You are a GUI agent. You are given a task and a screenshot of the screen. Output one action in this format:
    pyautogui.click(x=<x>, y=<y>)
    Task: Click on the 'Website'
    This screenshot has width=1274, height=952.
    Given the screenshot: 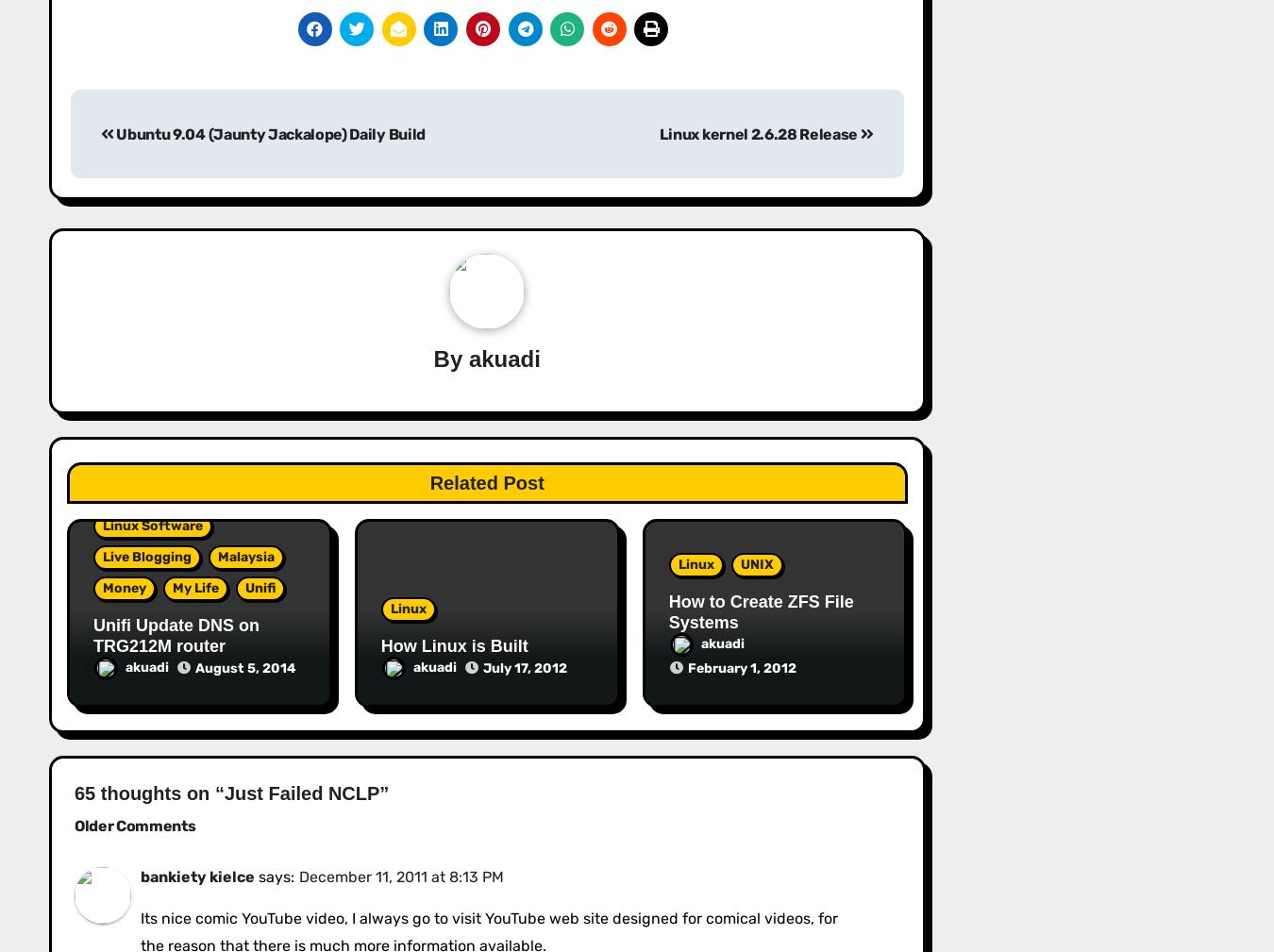 What is the action you would take?
    pyautogui.click(x=101, y=174)
    